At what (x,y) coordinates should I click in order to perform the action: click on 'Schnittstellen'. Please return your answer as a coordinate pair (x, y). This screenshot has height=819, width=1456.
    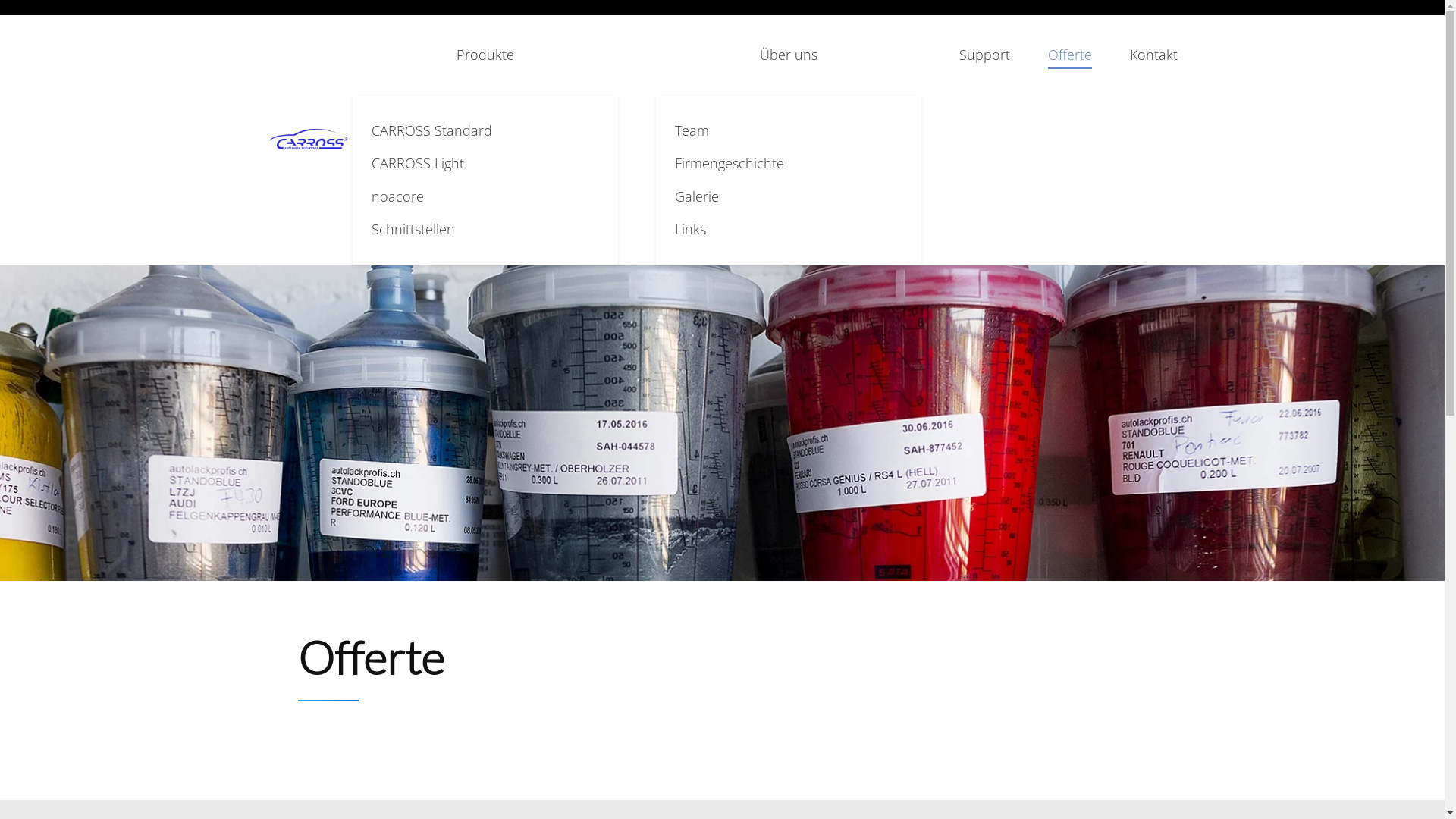
    Looking at the image, I should click on (371, 229).